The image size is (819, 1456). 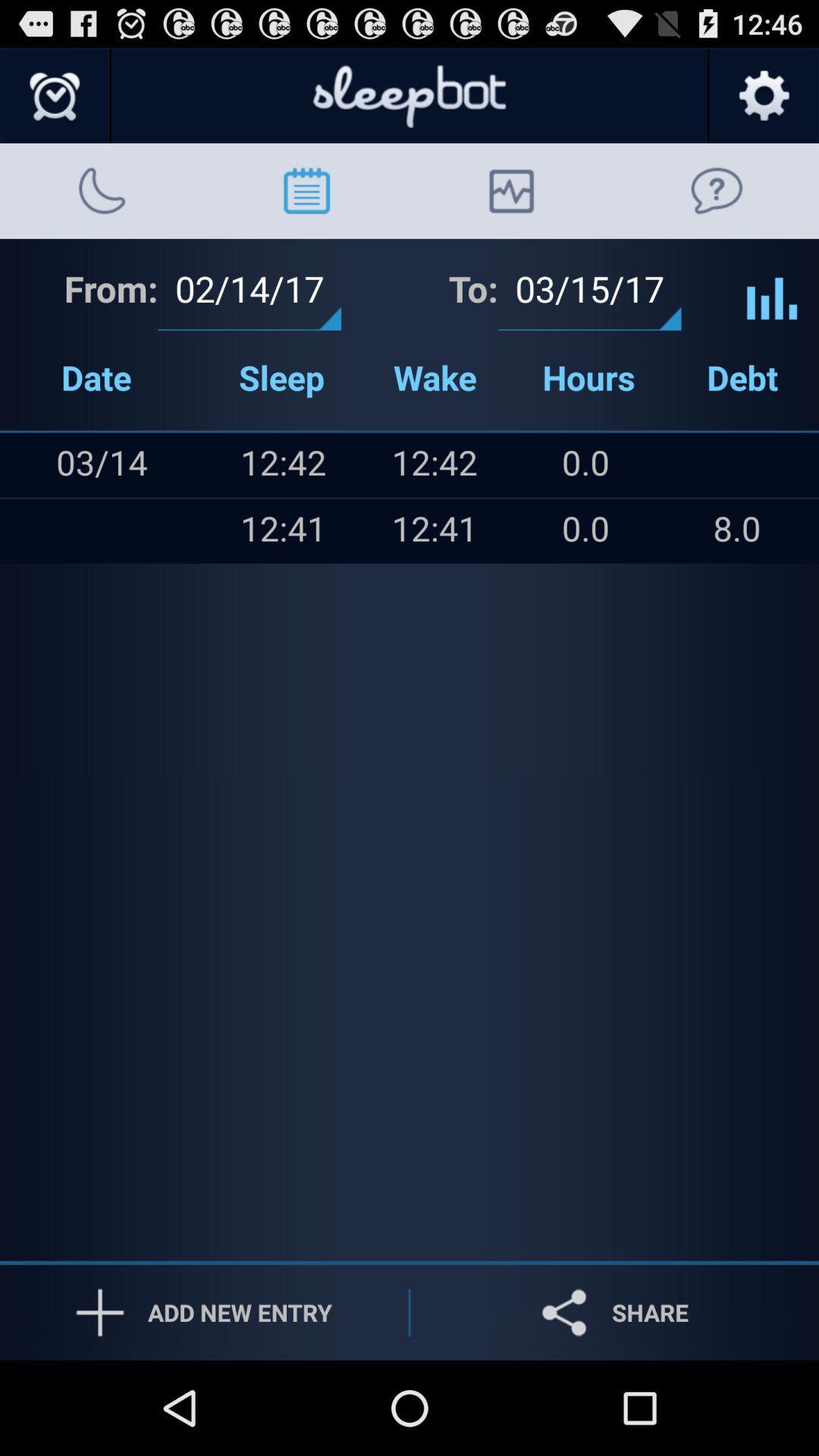 What do you see at coordinates (736, 464) in the screenshot?
I see `icon next to the 0.0 icon` at bounding box center [736, 464].